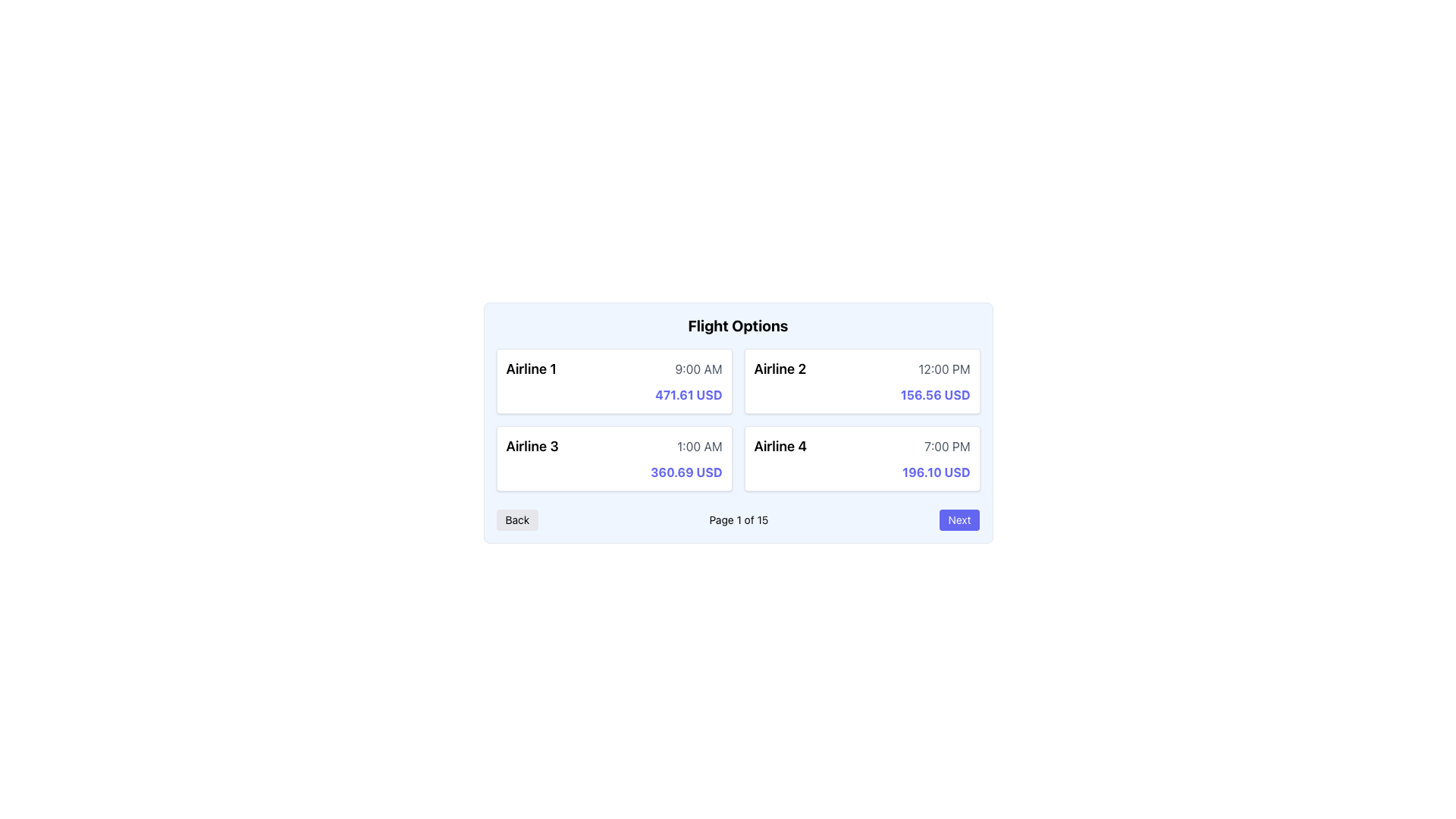 This screenshot has height=819, width=1456. What do you see at coordinates (532, 446) in the screenshot?
I see `the bold text label displaying 'Airline 3', which is located in the bottom-left quadrant of the flight options grid` at bounding box center [532, 446].